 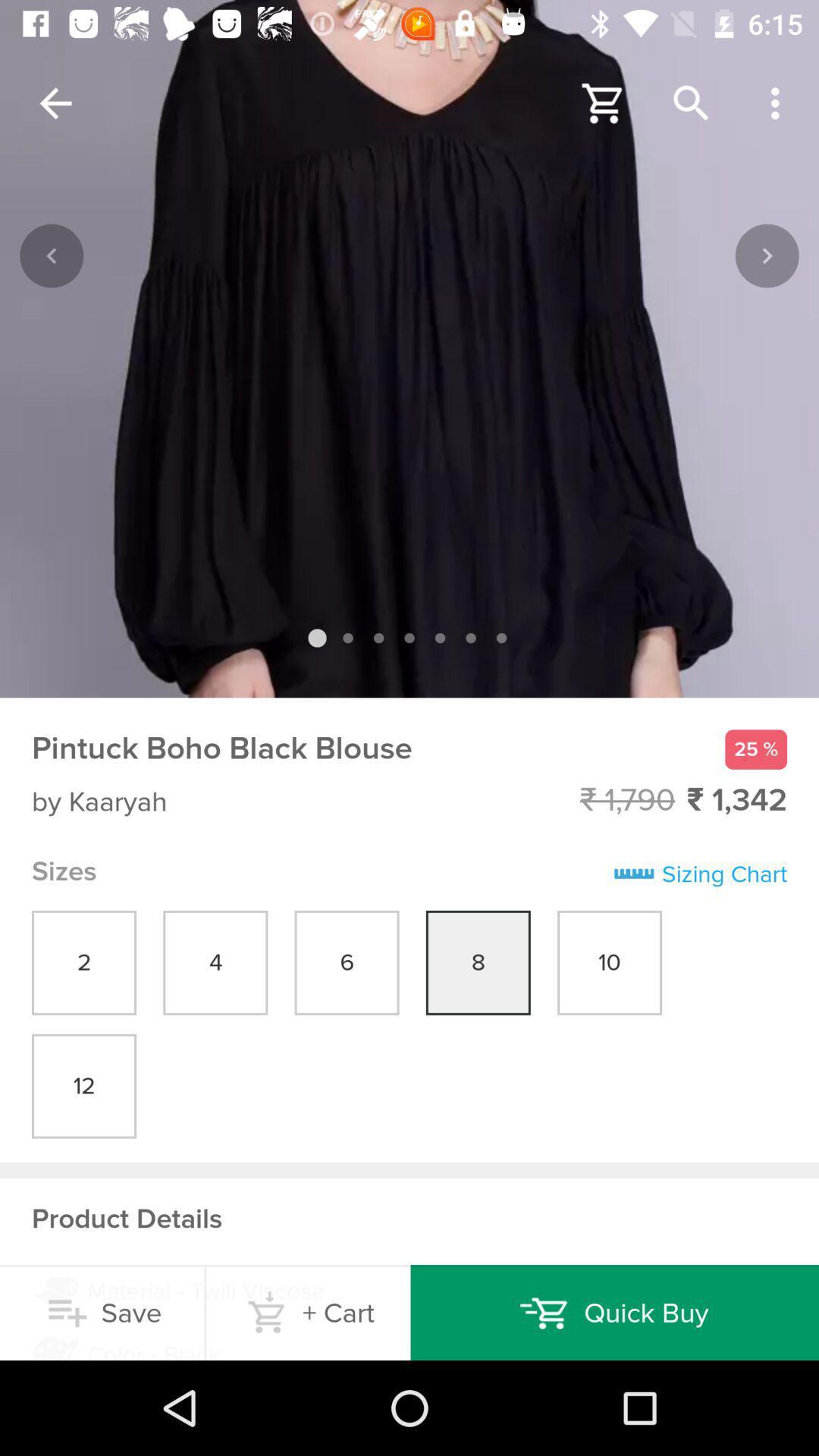 I want to click on the search button on the web page, so click(x=691, y=103).